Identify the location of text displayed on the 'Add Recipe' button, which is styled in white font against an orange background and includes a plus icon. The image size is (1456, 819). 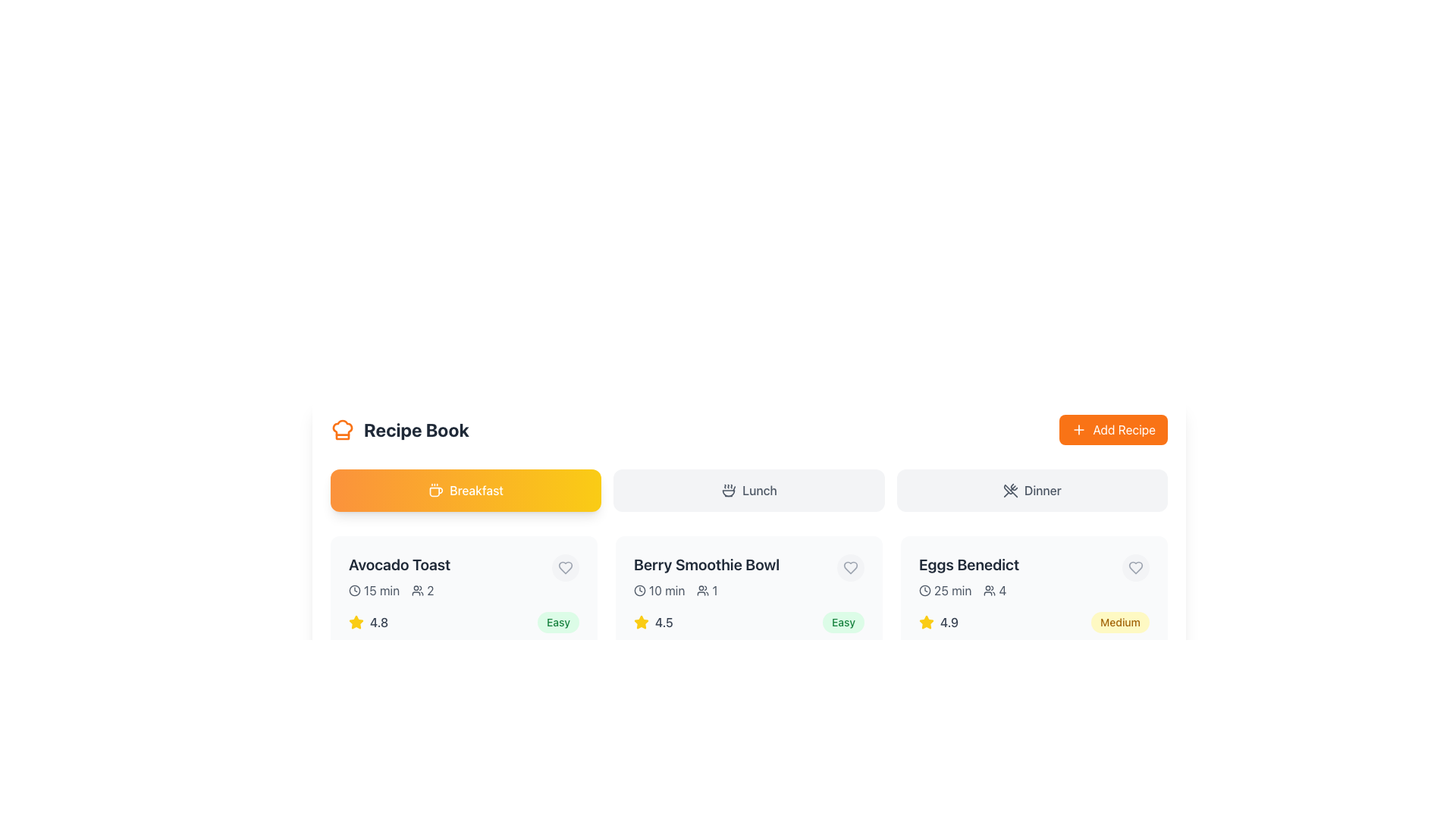
(1124, 430).